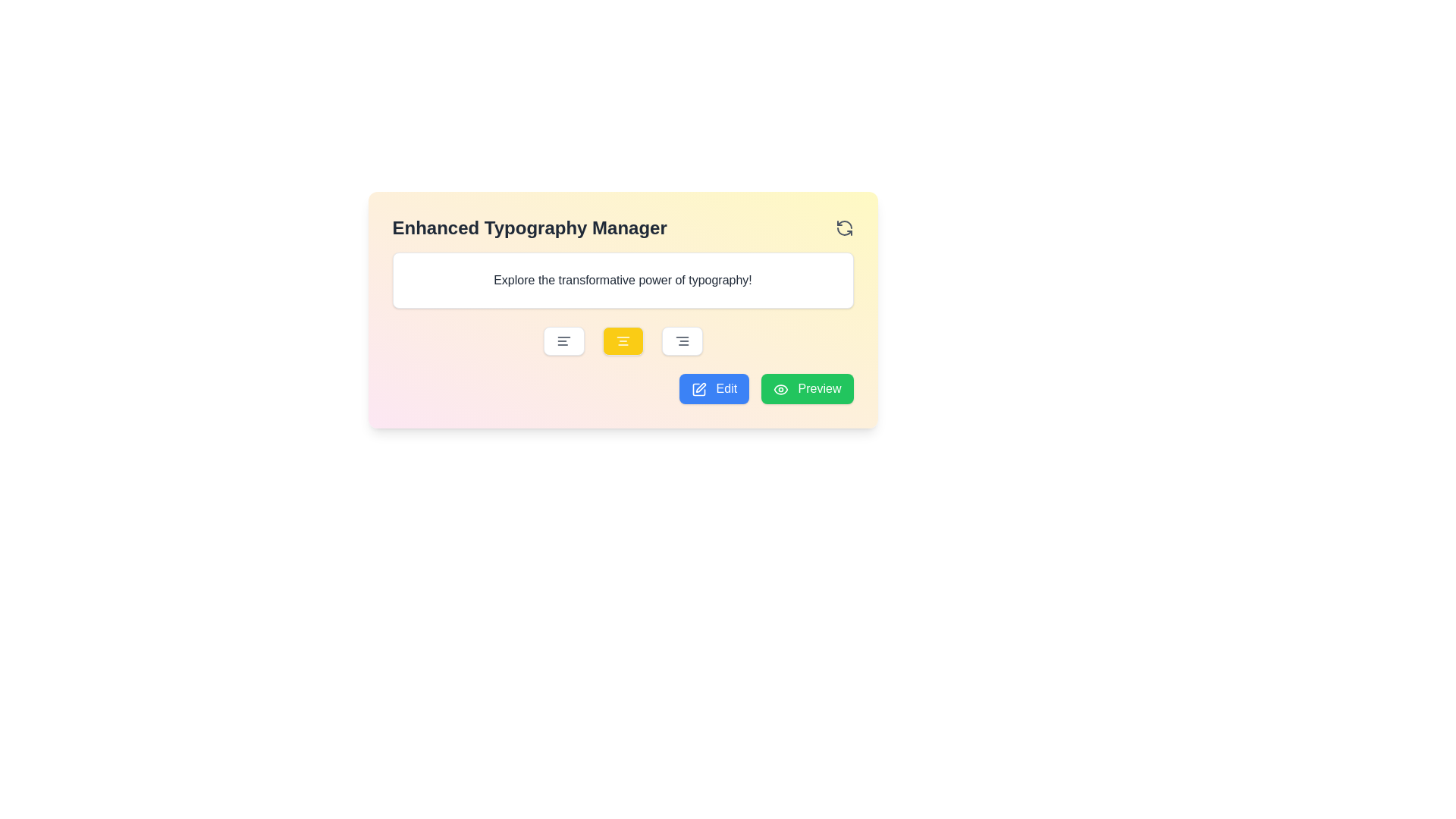  Describe the element at coordinates (843, 227) in the screenshot. I see `the Circular arrow icon (refresh button) in the 'Enhanced Typography Manager' section, located at the top-right corner, to refresh the content` at that location.